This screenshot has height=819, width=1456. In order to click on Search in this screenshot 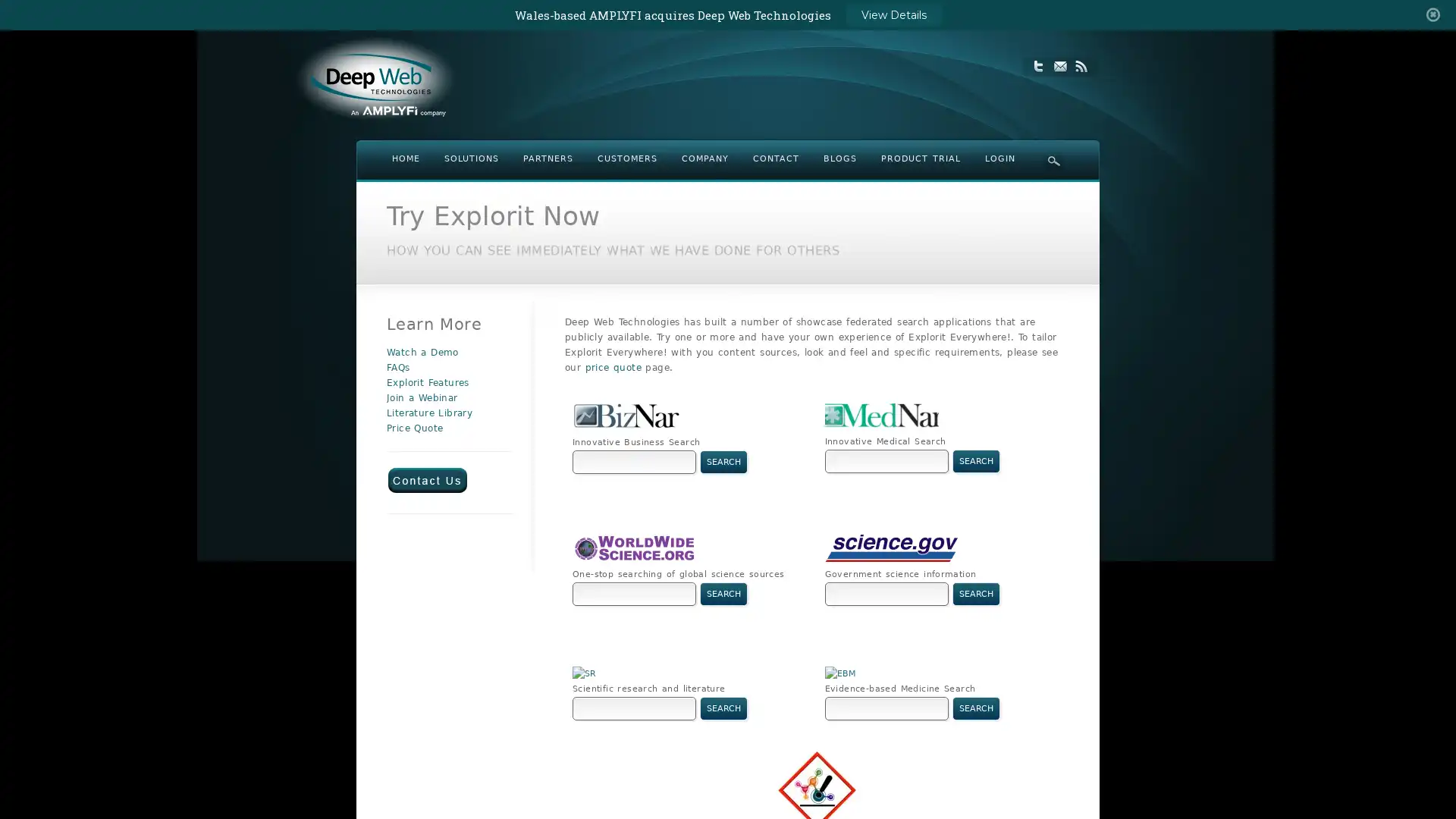, I will do `click(723, 592)`.